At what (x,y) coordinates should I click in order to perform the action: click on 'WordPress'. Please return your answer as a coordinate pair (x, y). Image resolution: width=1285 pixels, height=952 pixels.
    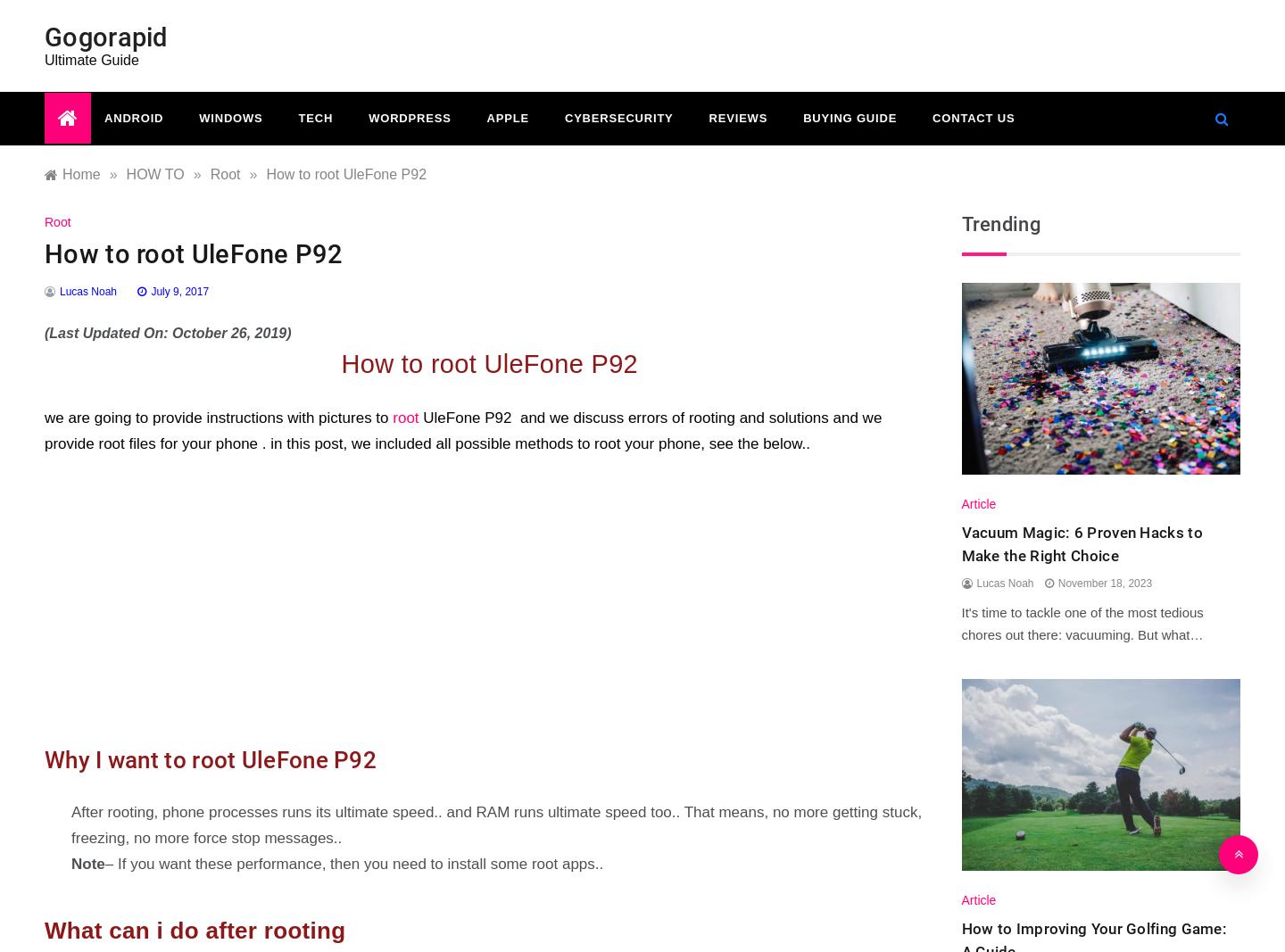
    Looking at the image, I should click on (409, 117).